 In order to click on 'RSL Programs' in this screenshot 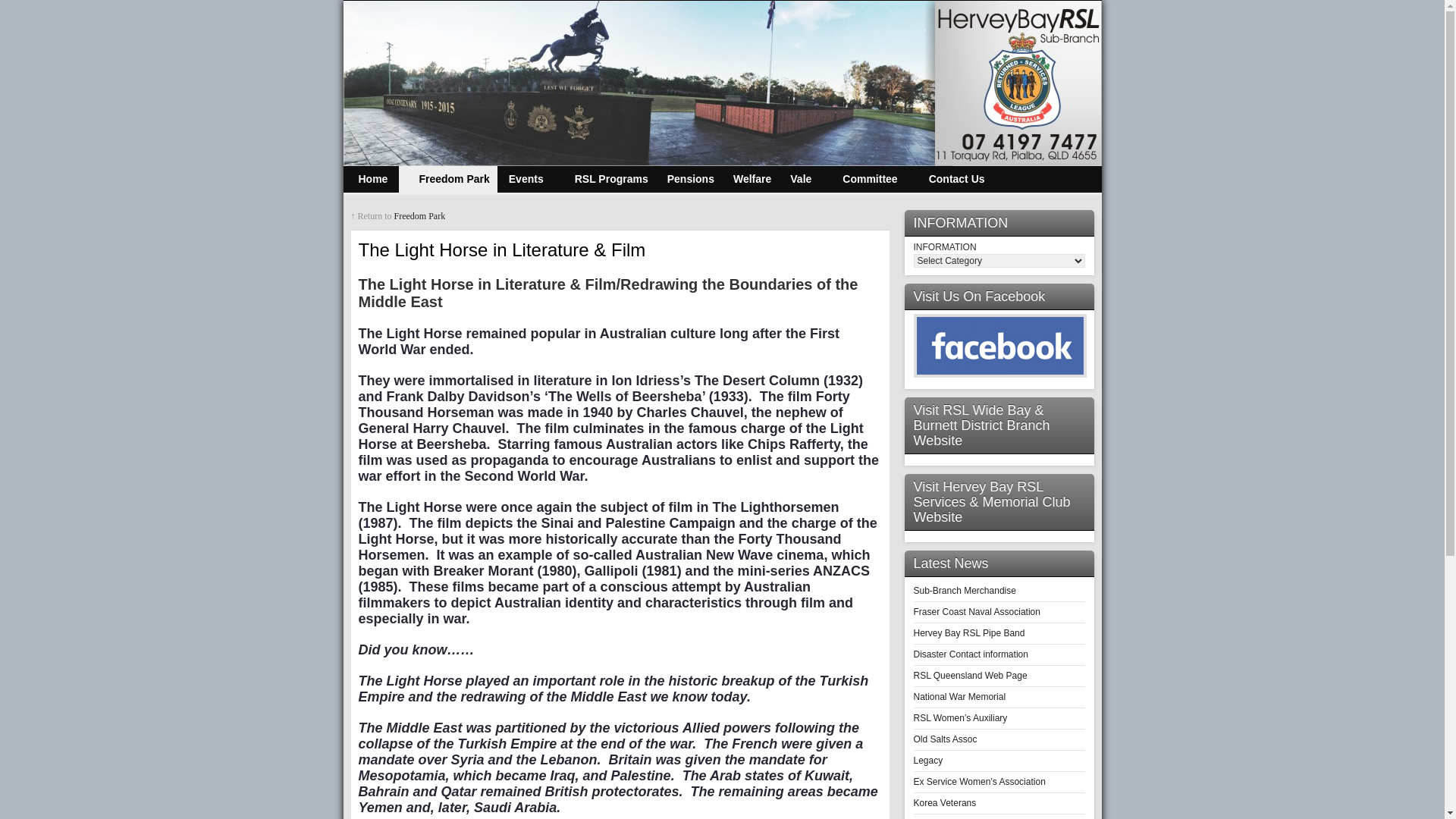, I will do `click(604, 178)`.